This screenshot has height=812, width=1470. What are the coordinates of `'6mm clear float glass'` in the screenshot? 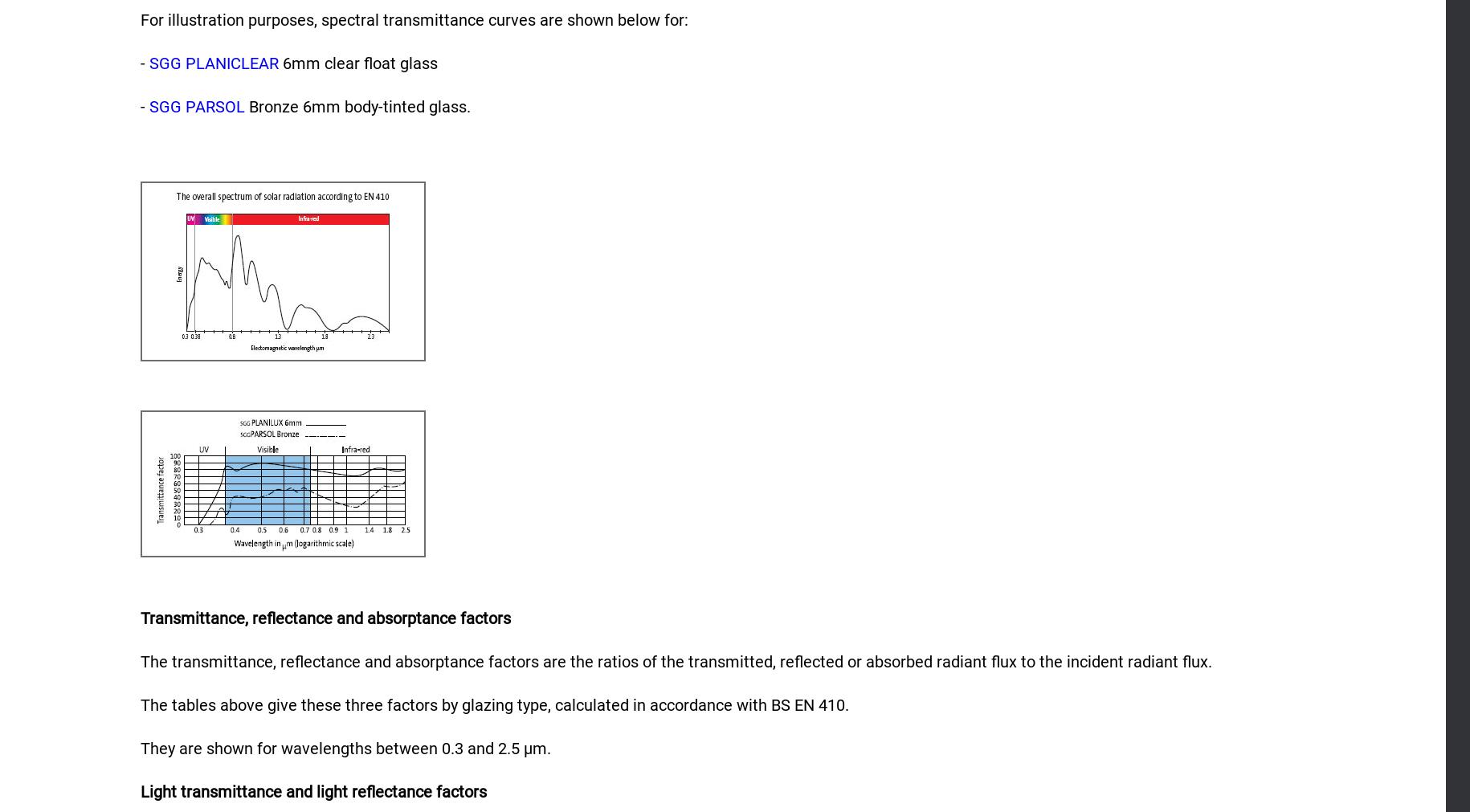 It's located at (357, 62).